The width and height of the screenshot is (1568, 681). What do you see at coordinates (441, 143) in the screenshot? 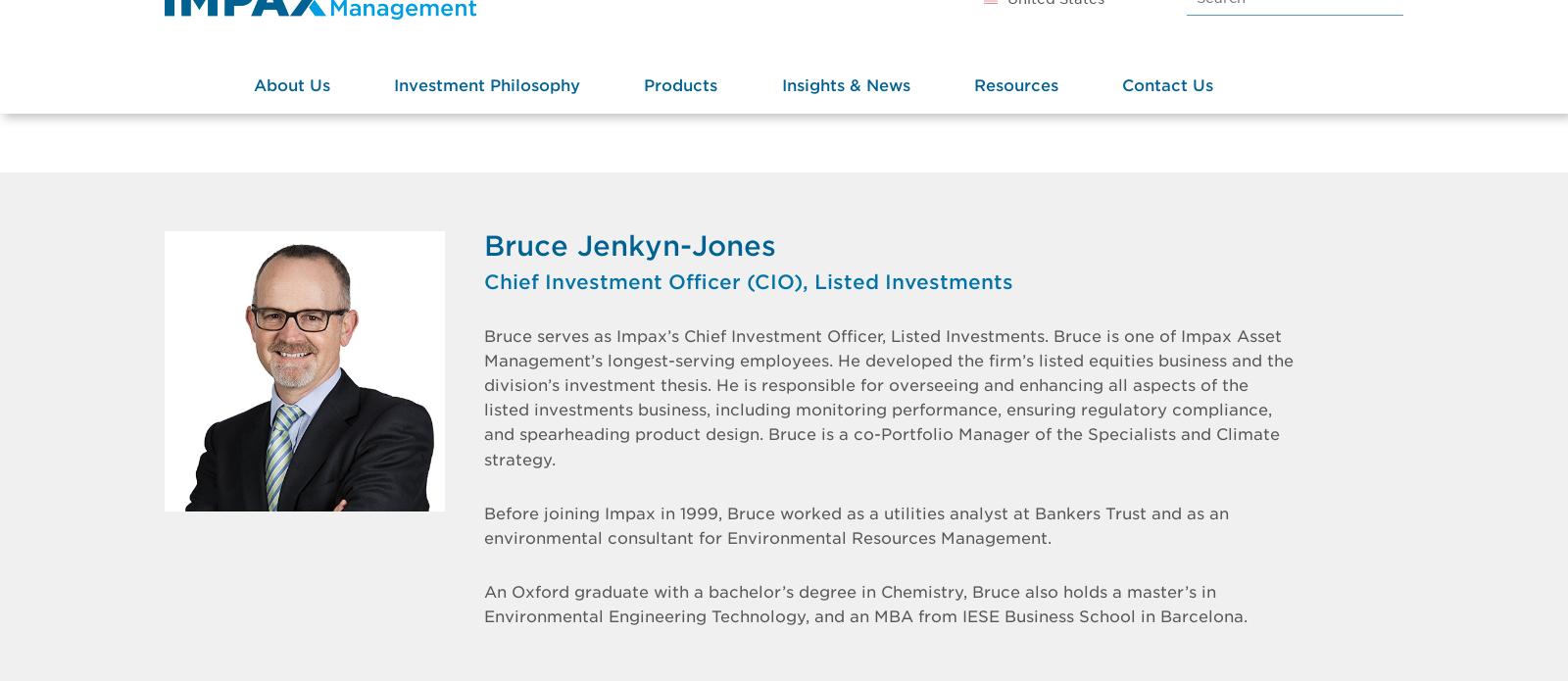
I see `'Investment'` at bounding box center [441, 143].